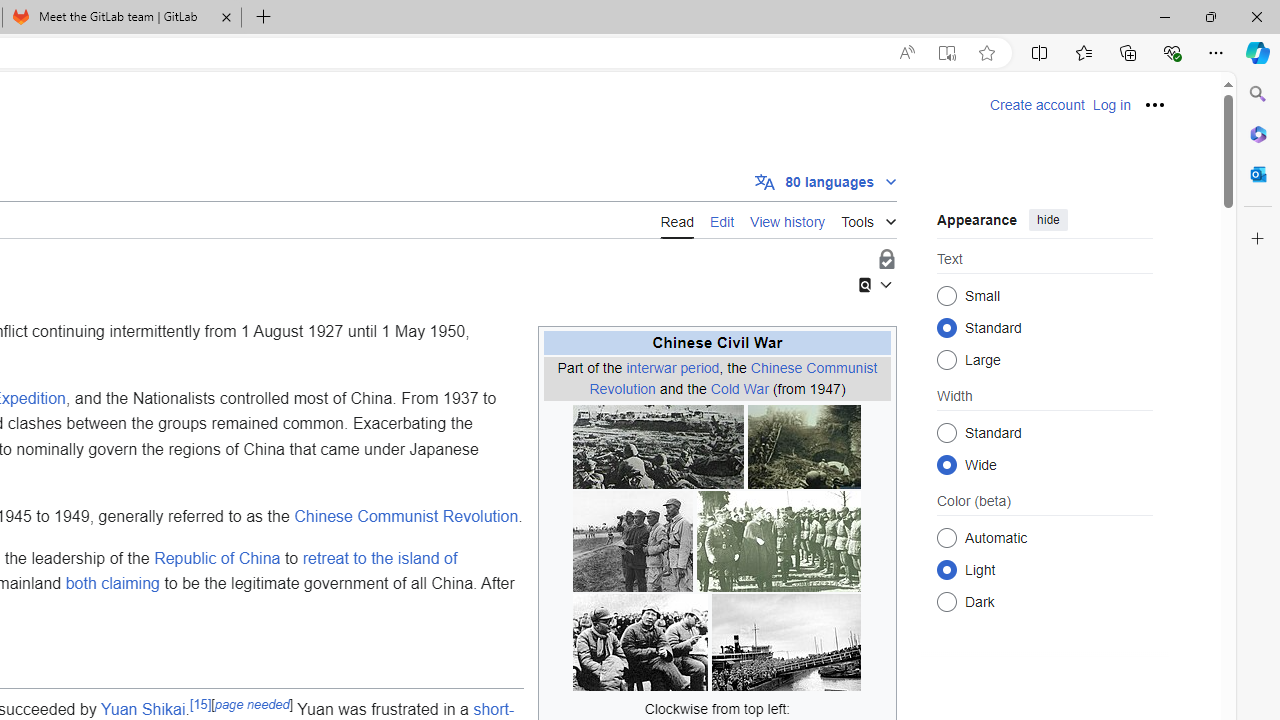 The width and height of the screenshot is (1280, 720). I want to click on 'both claiming', so click(111, 584).